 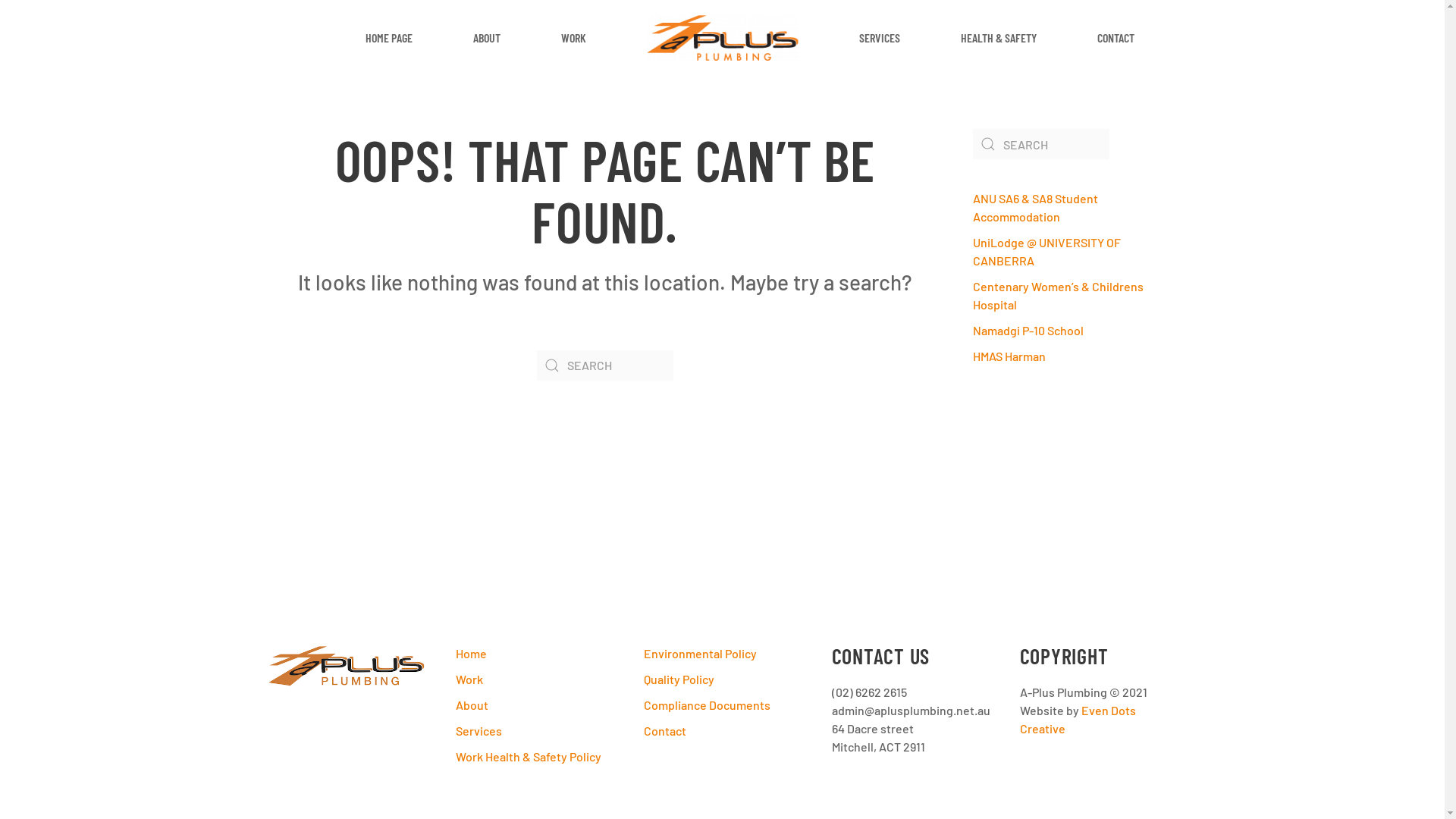 What do you see at coordinates (534, 704) in the screenshot?
I see `'About'` at bounding box center [534, 704].